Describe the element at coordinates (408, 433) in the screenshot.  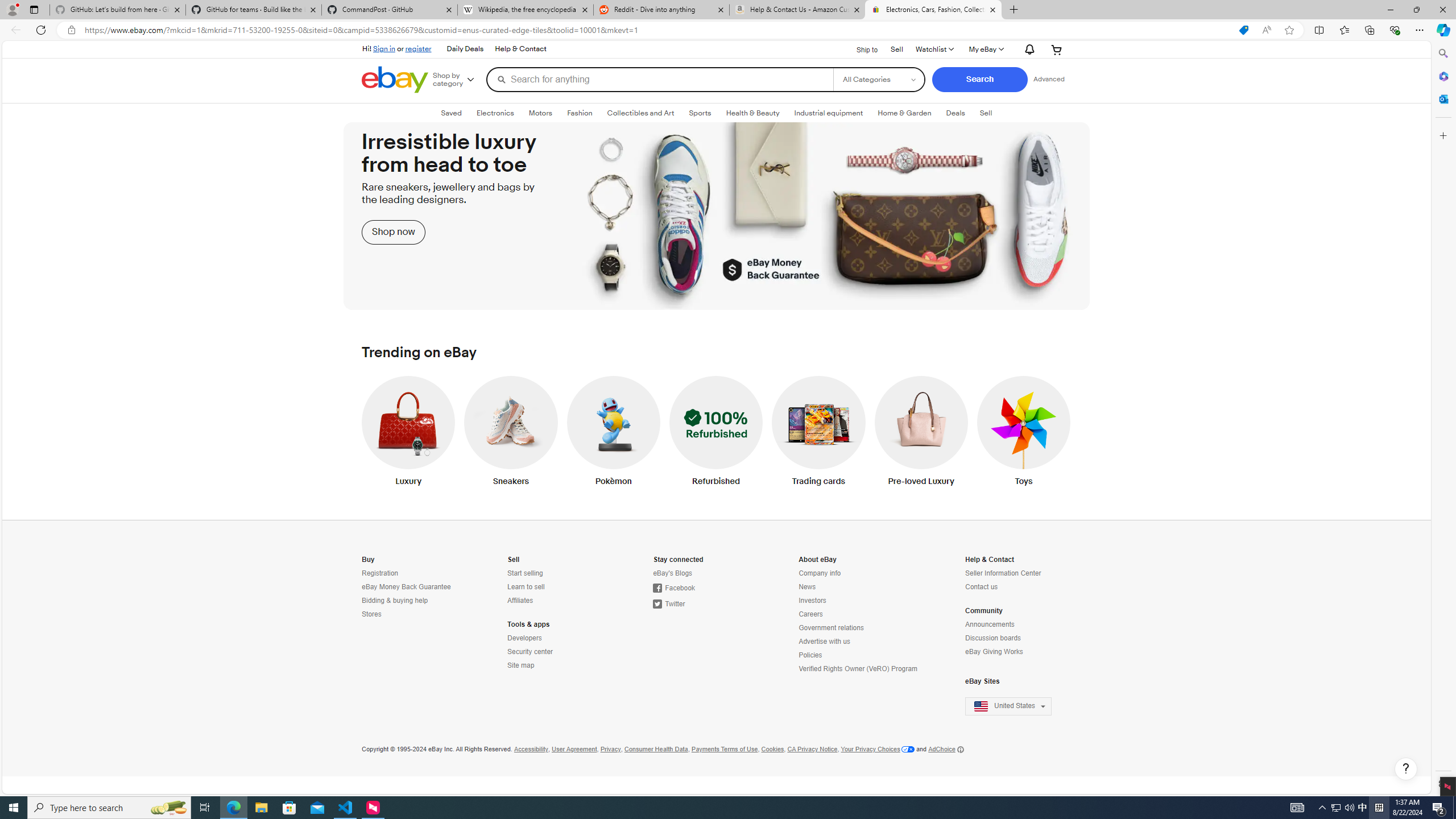
I see `'Luxury'` at that location.